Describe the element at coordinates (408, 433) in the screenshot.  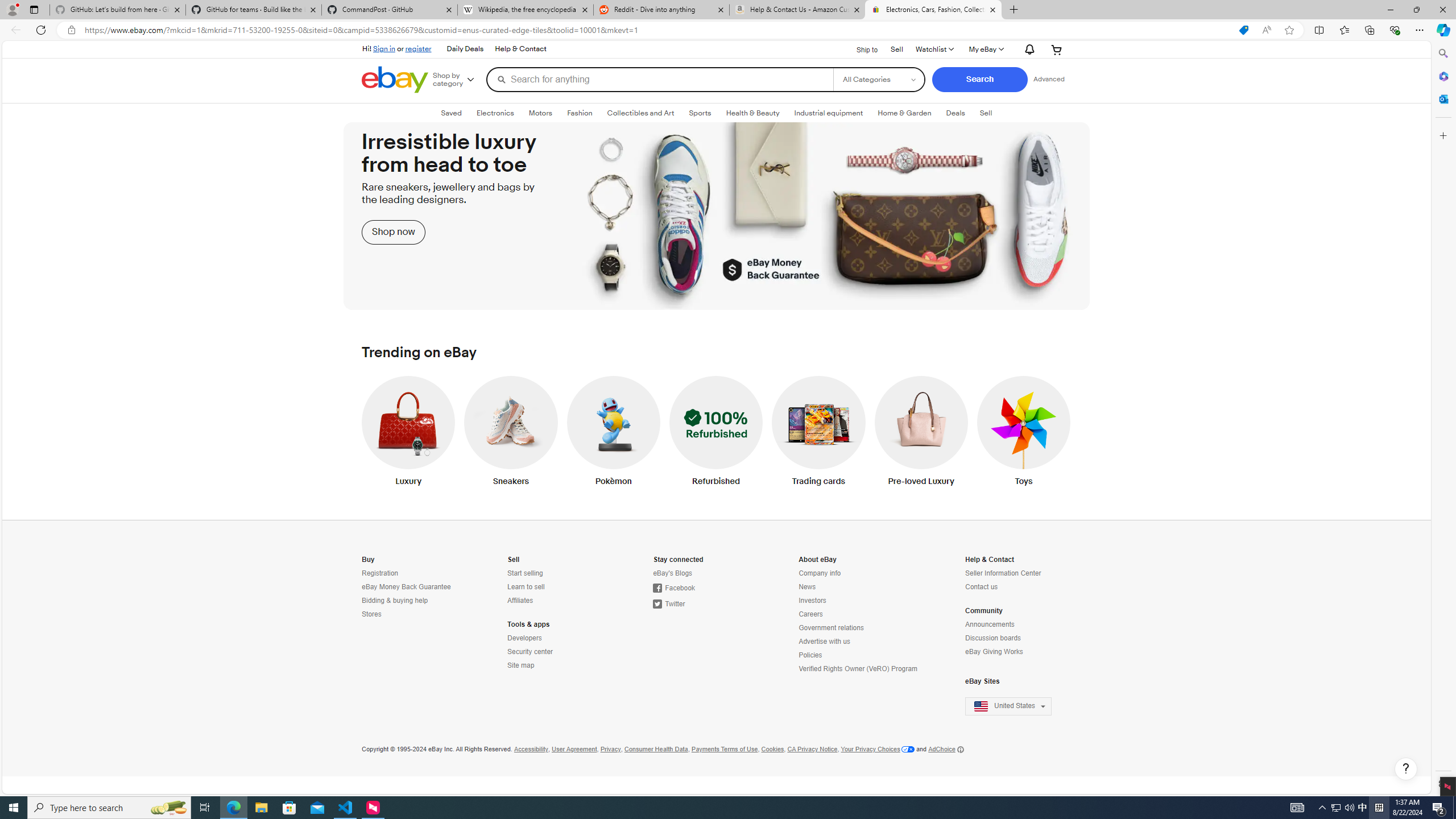
I see `'Luxury'` at that location.